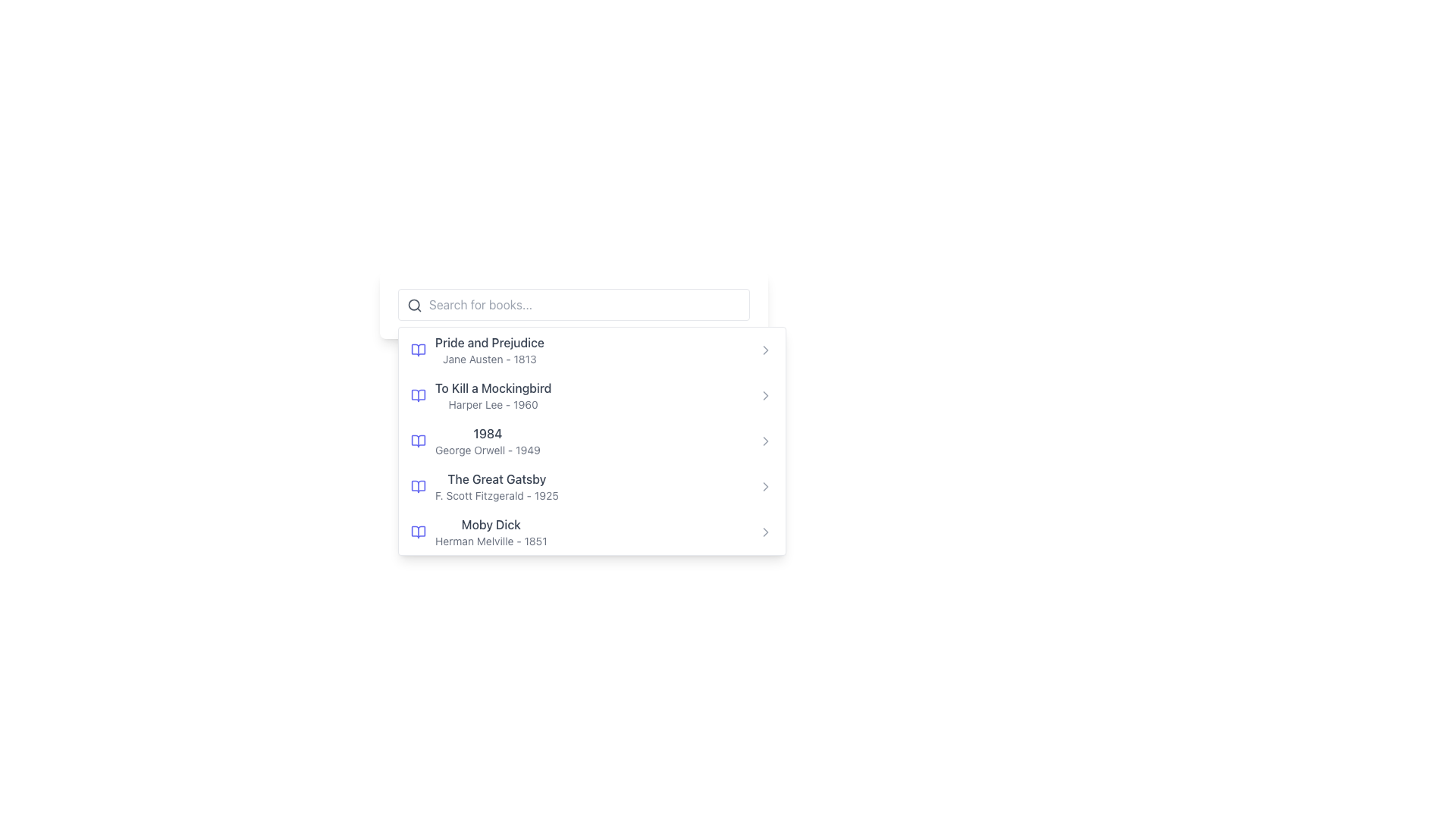 This screenshot has width=1456, height=819. I want to click on the book icon that precedes the text 'The Great Gatsby F. Scott Fitzgerald - 1925', so click(419, 486).